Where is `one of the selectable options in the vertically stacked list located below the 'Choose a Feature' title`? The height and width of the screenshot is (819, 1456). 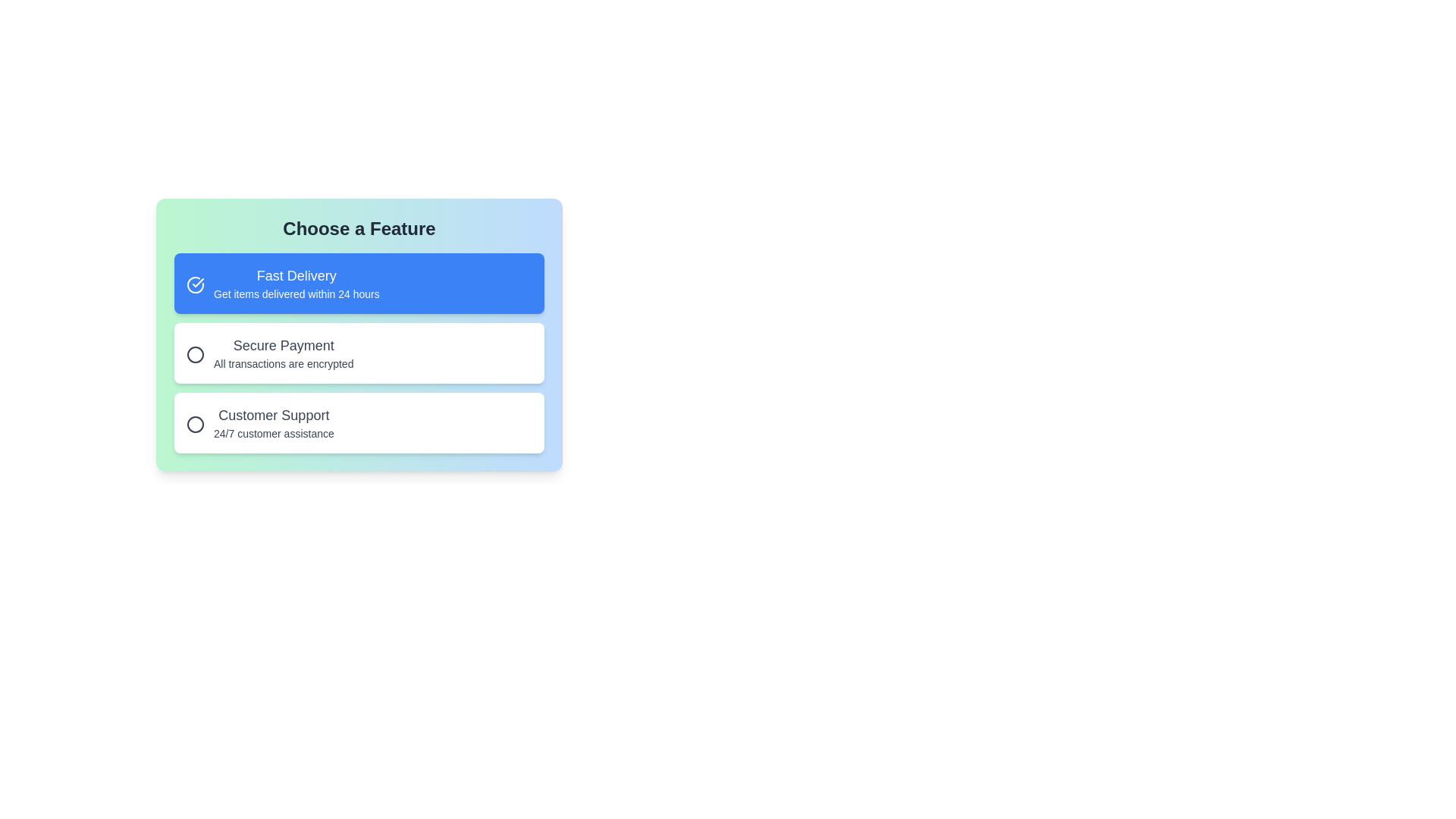 one of the selectable options in the vertically stacked list located below the 'Choose a Feature' title is located at coordinates (359, 353).